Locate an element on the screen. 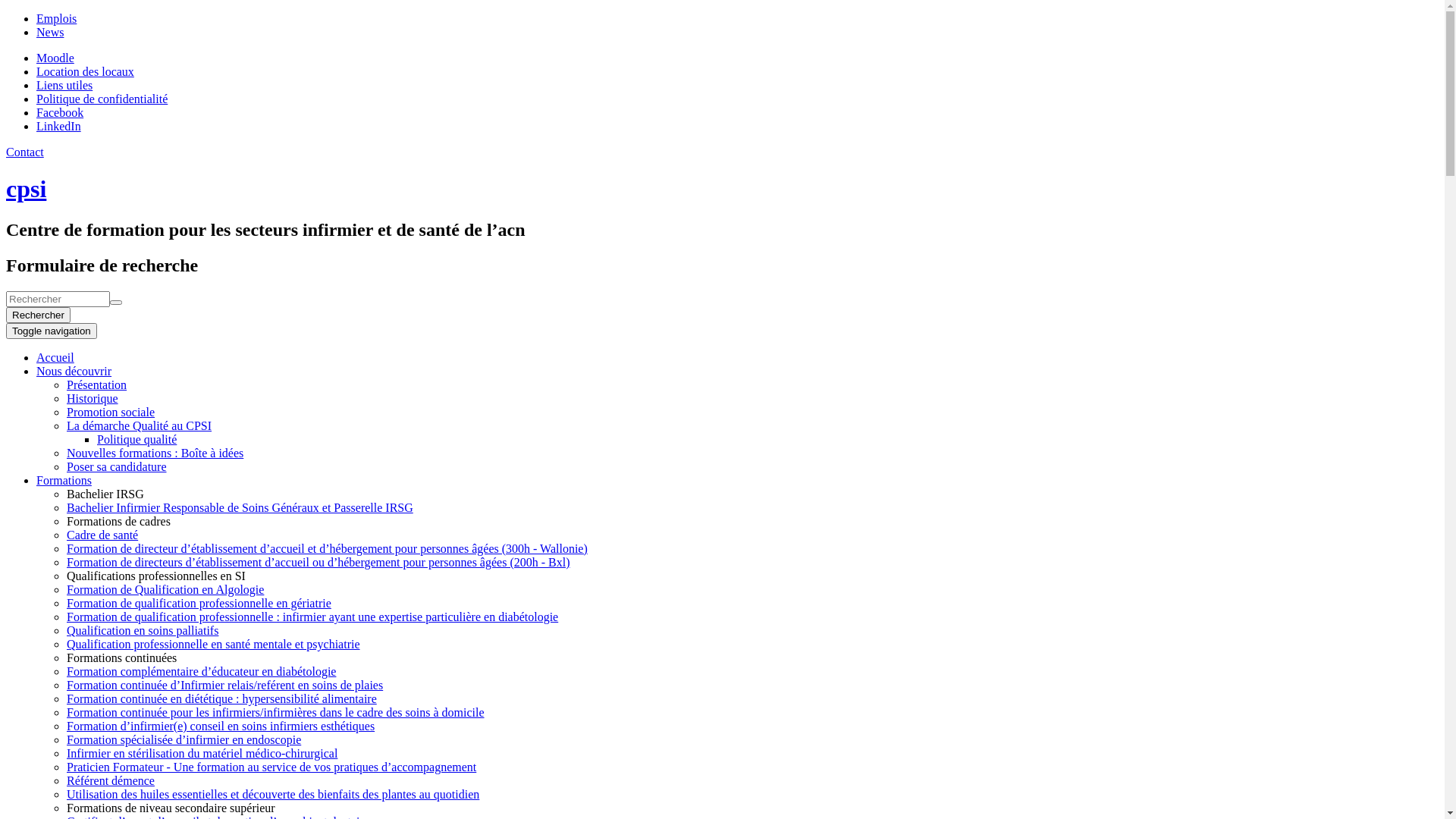  'Rechercher' is located at coordinates (38, 314).